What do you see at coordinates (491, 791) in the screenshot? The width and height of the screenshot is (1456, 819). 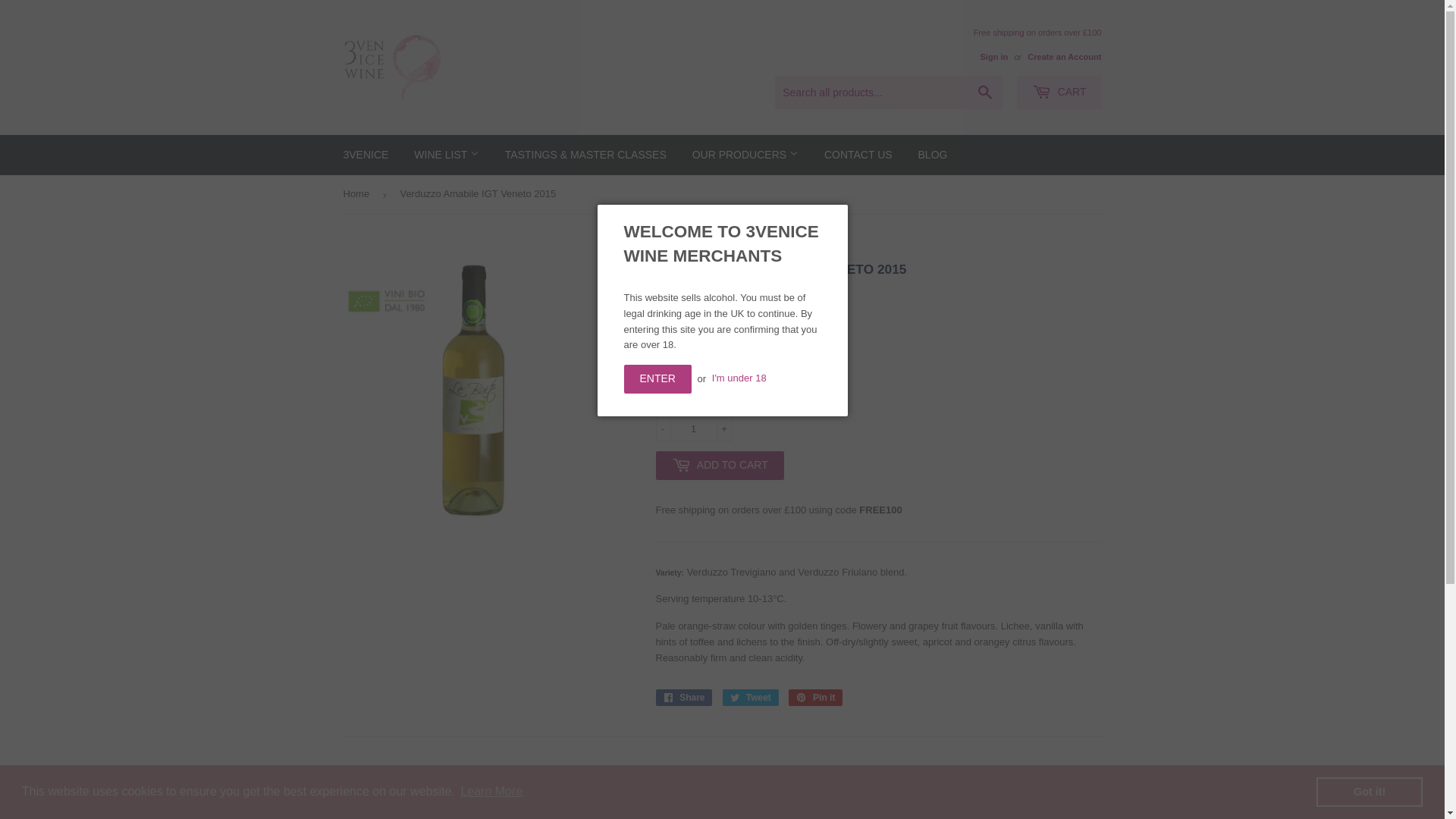 I see `'Learn More'` at bounding box center [491, 791].